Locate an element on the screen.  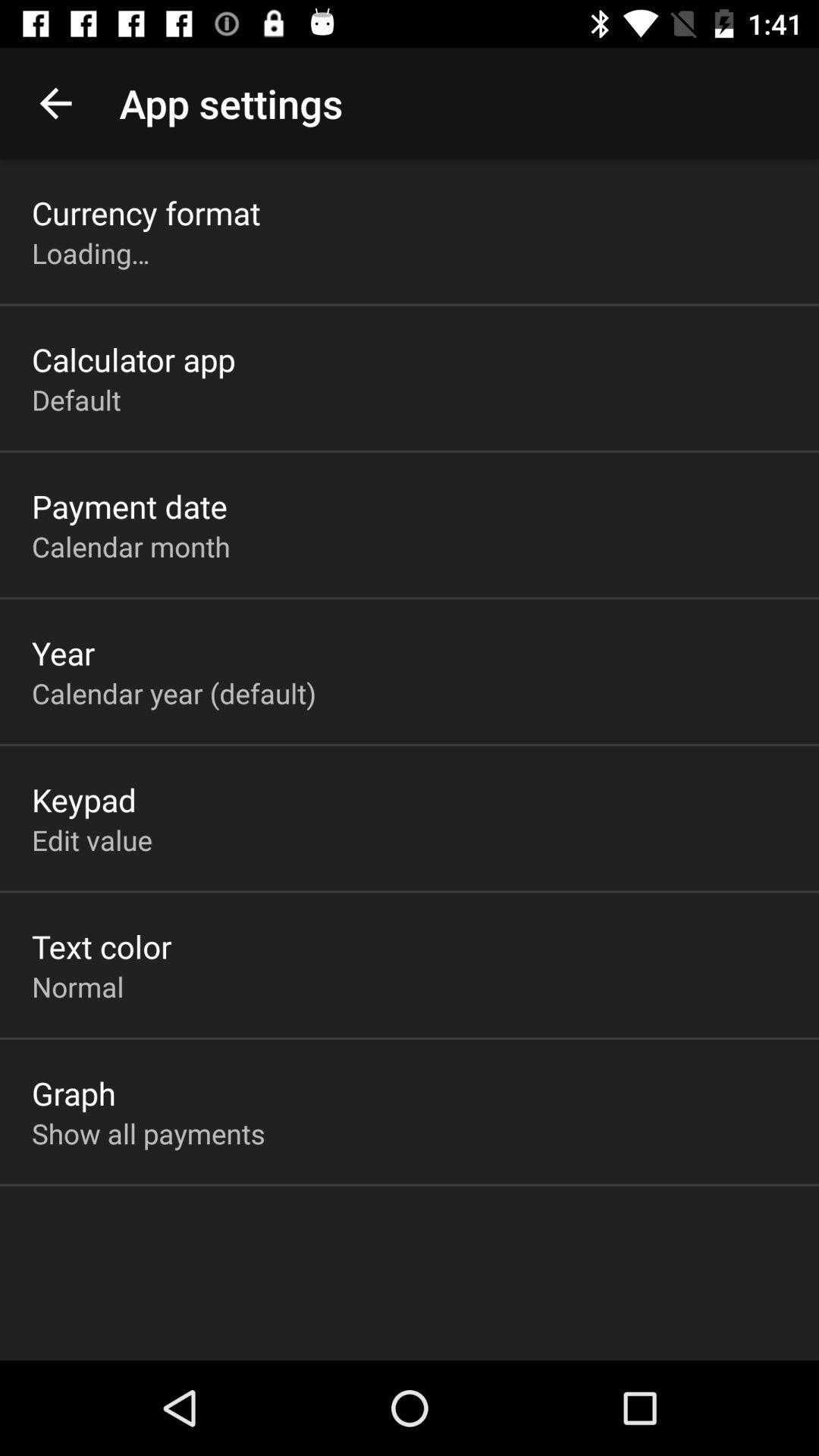
icon below graph app is located at coordinates (148, 1133).